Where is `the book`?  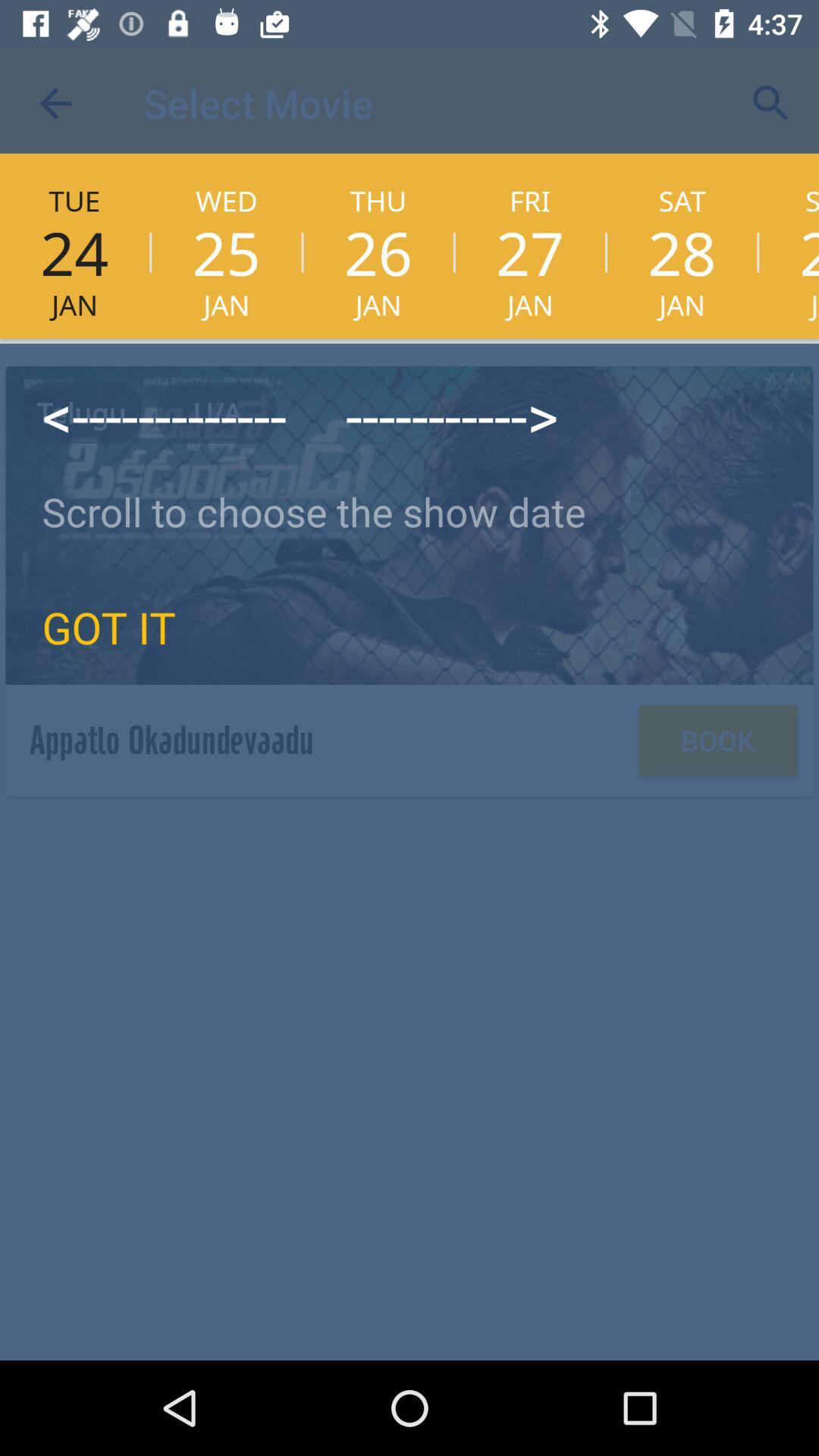
the book is located at coordinates (717, 740).